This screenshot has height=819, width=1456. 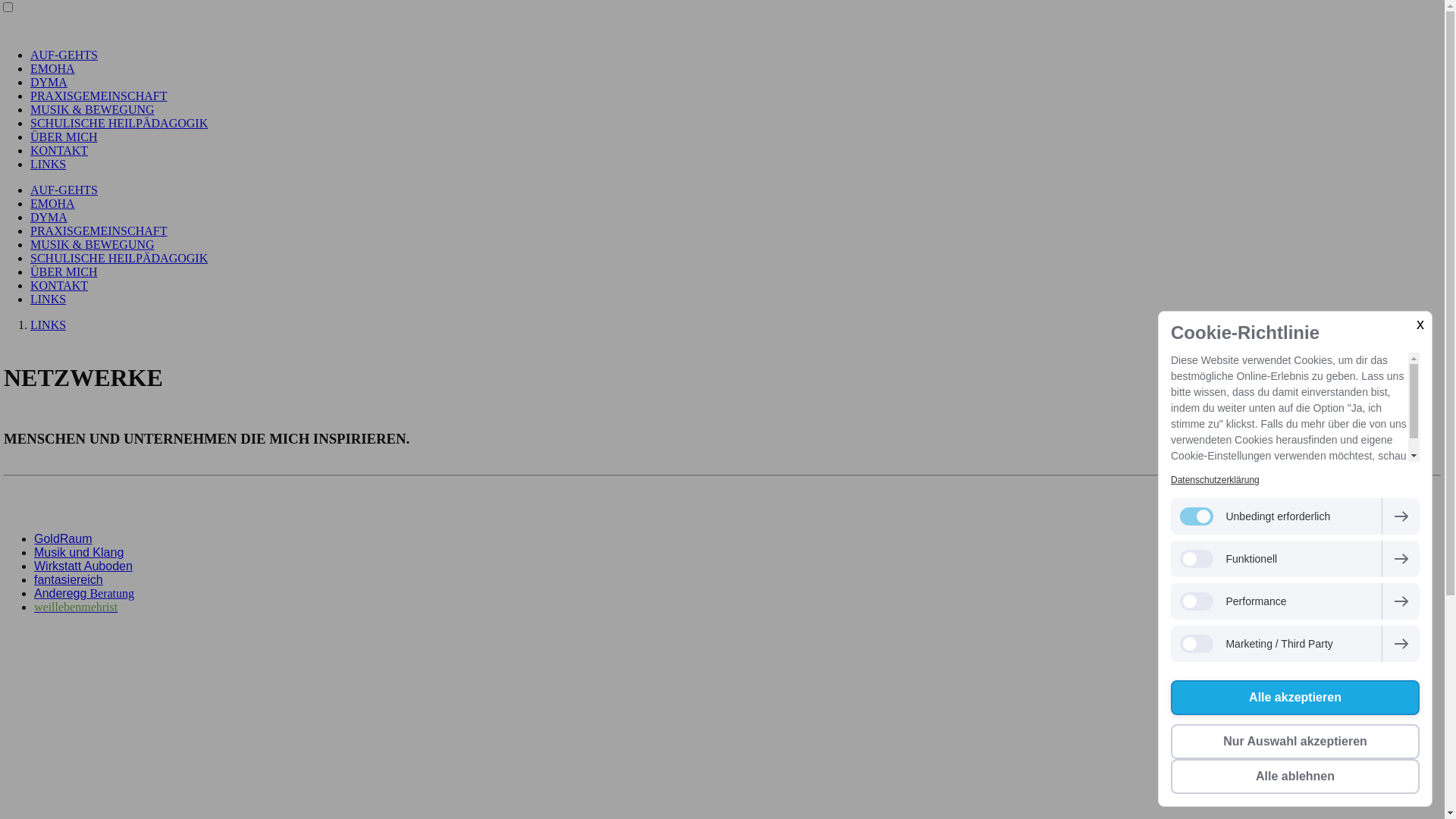 I want to click on 'EMOHA', so click(x=52, y=202).